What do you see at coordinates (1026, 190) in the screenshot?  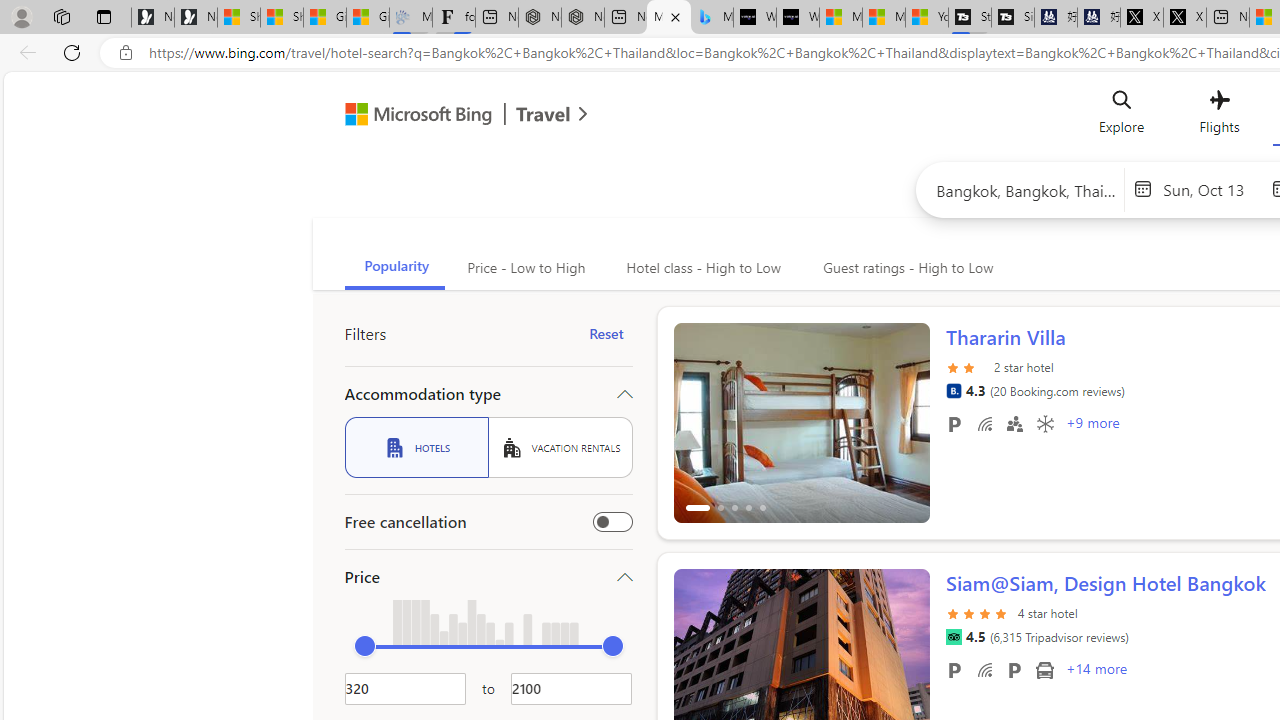 I see `'Search hotels or place'` at bounding box center [1026, 190].